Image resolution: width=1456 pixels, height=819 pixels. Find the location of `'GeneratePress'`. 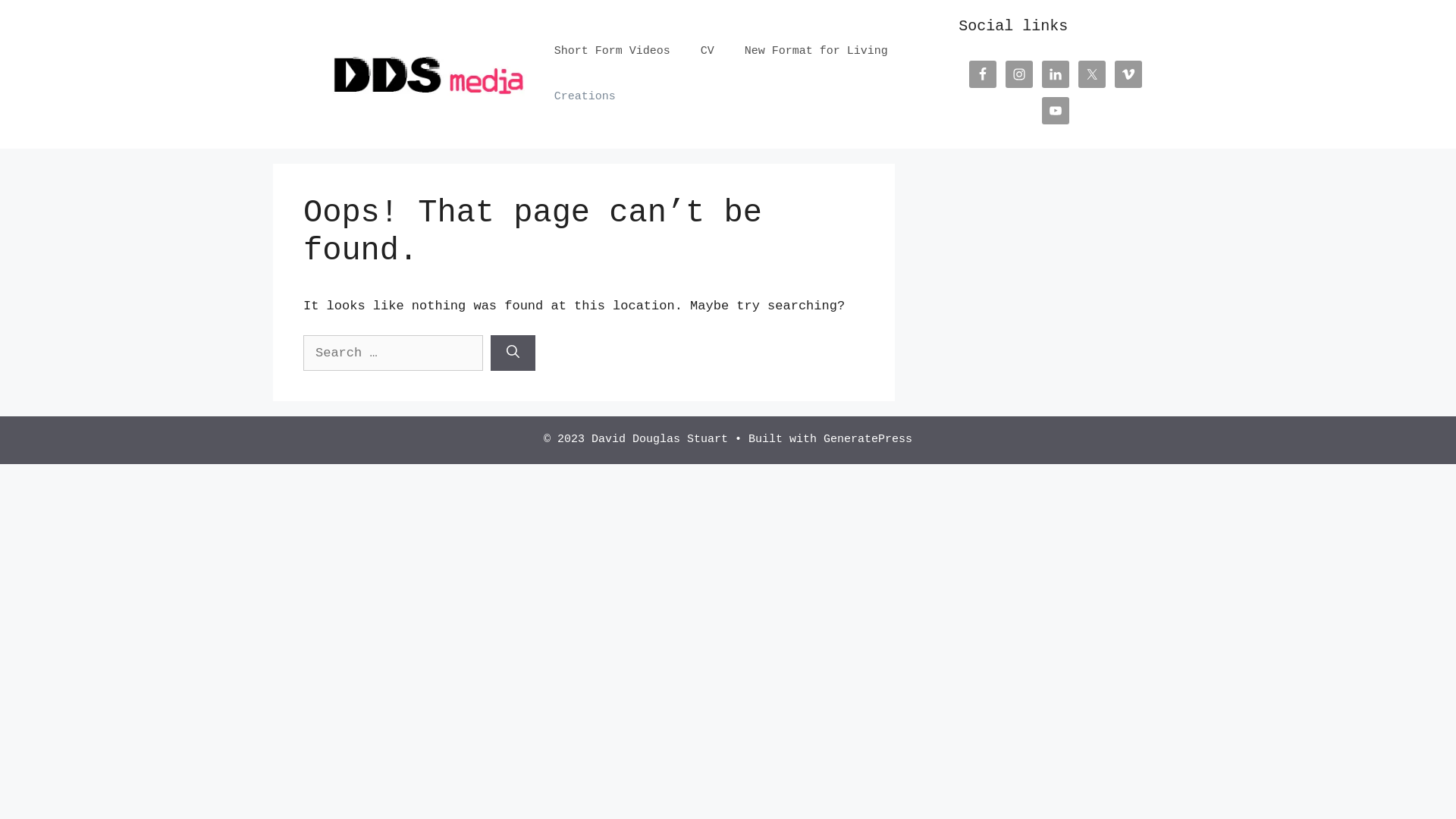

'GeneratePress' is located at coordinates (868, 439).